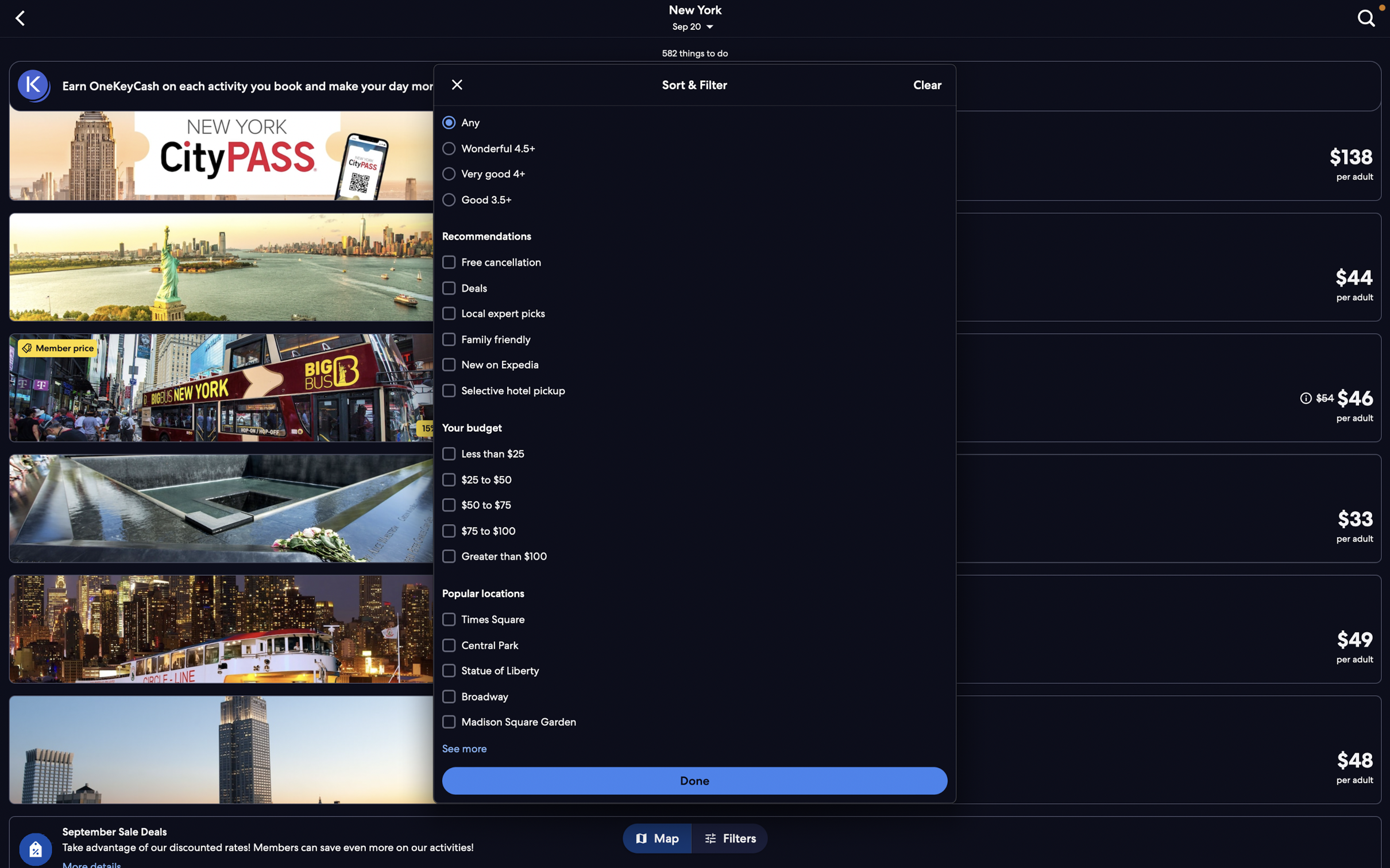 This screenshot has height=868, width=1390. I want to click on Tap on the button to arrange and choose as per your preference, so click(695, 780).